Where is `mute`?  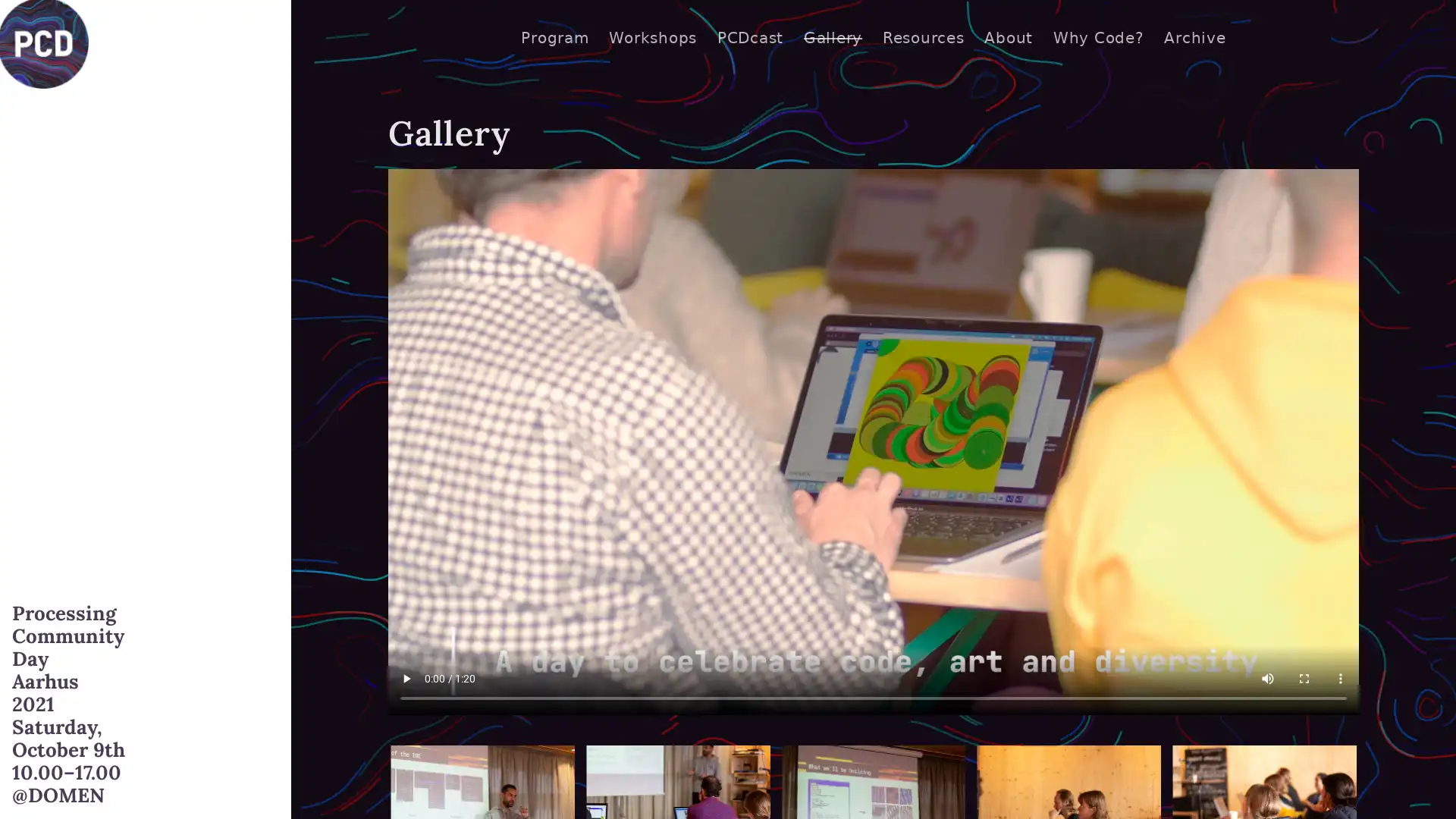 mute is located at coordinates (1267, 677).